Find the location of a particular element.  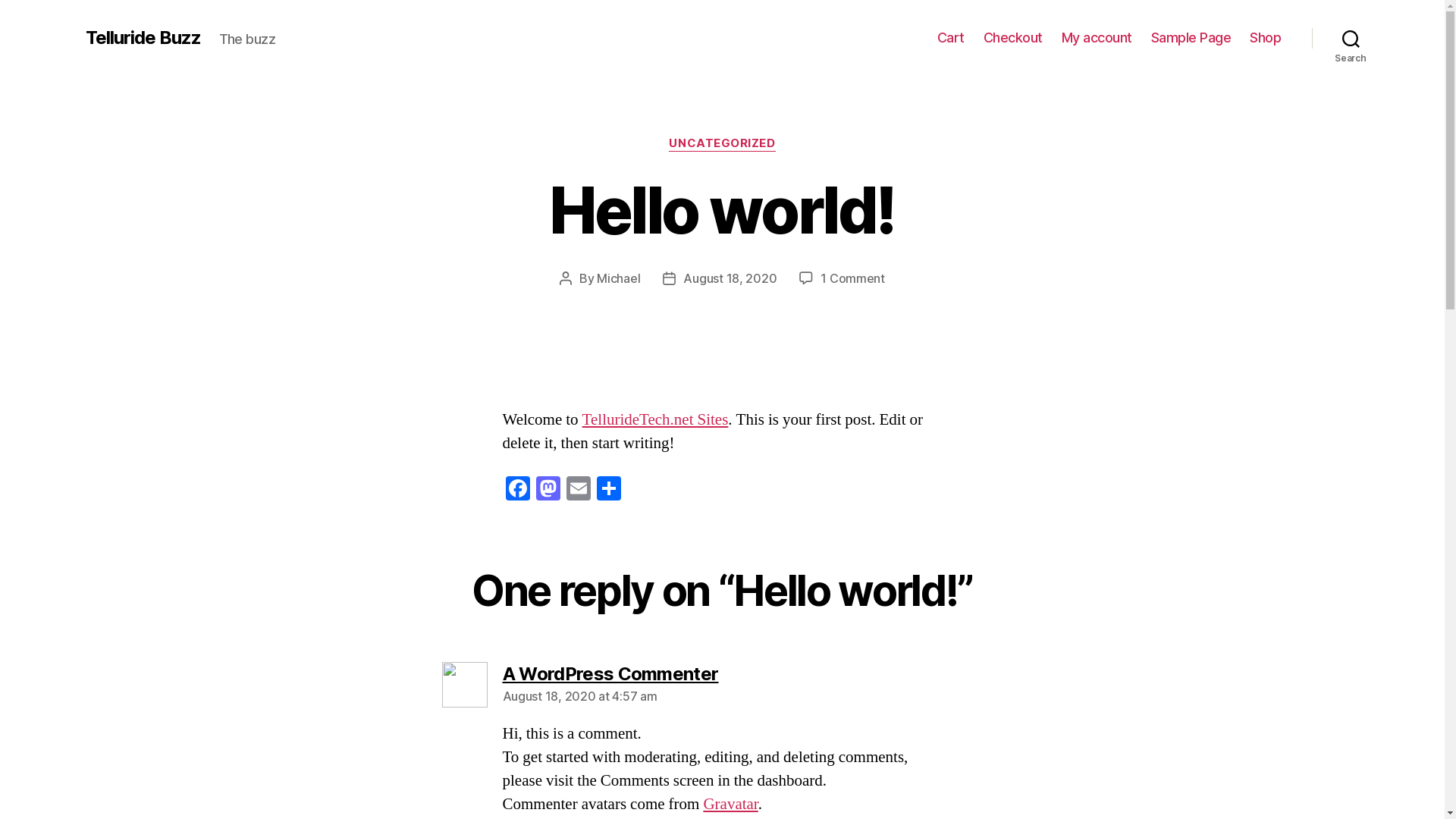

'Mastodon' is located at coordinates (546, 491).